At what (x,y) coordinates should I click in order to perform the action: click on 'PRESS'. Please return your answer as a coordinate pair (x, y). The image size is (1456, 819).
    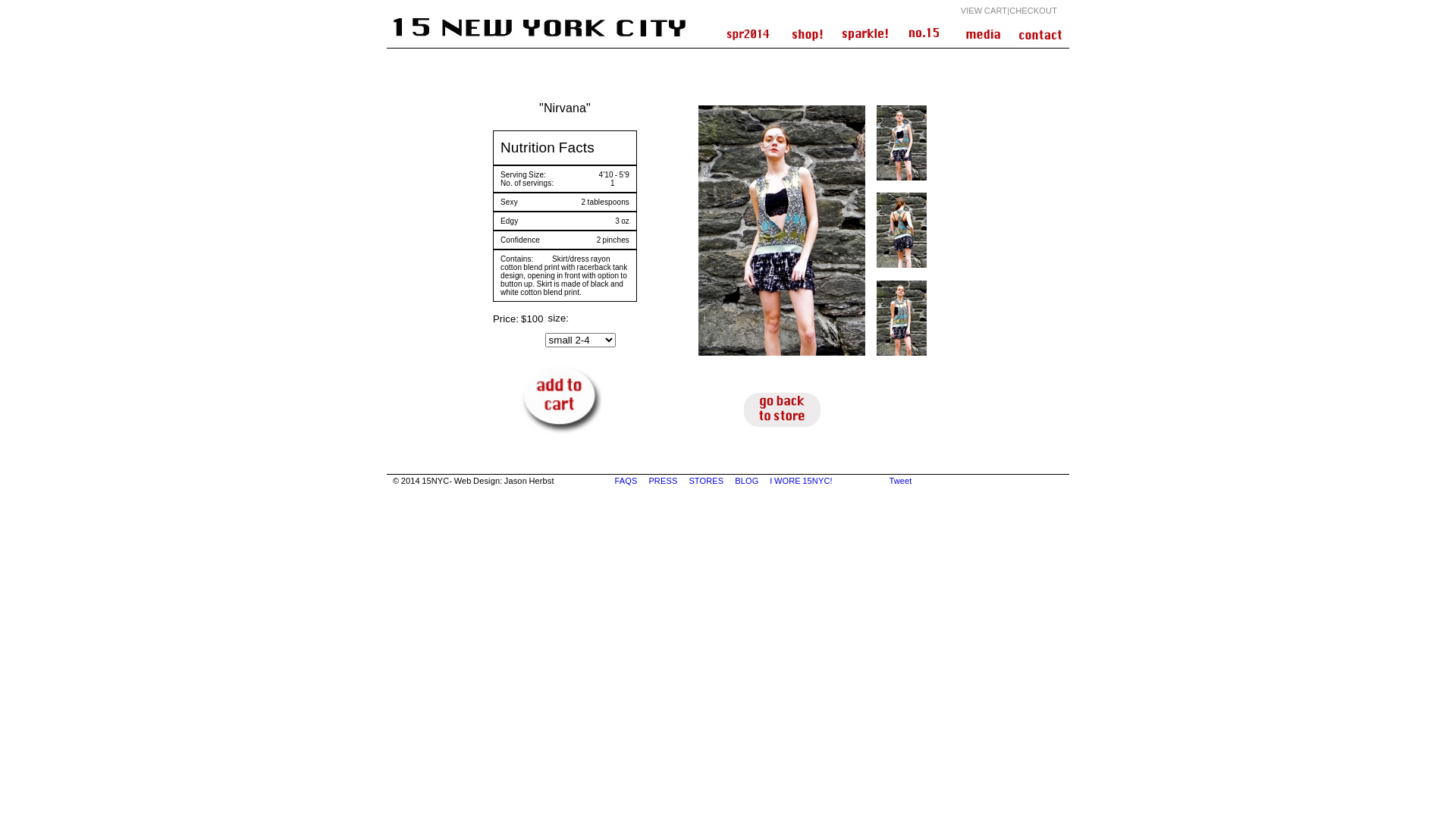
    Looking at the image, I should click on (648, 480).